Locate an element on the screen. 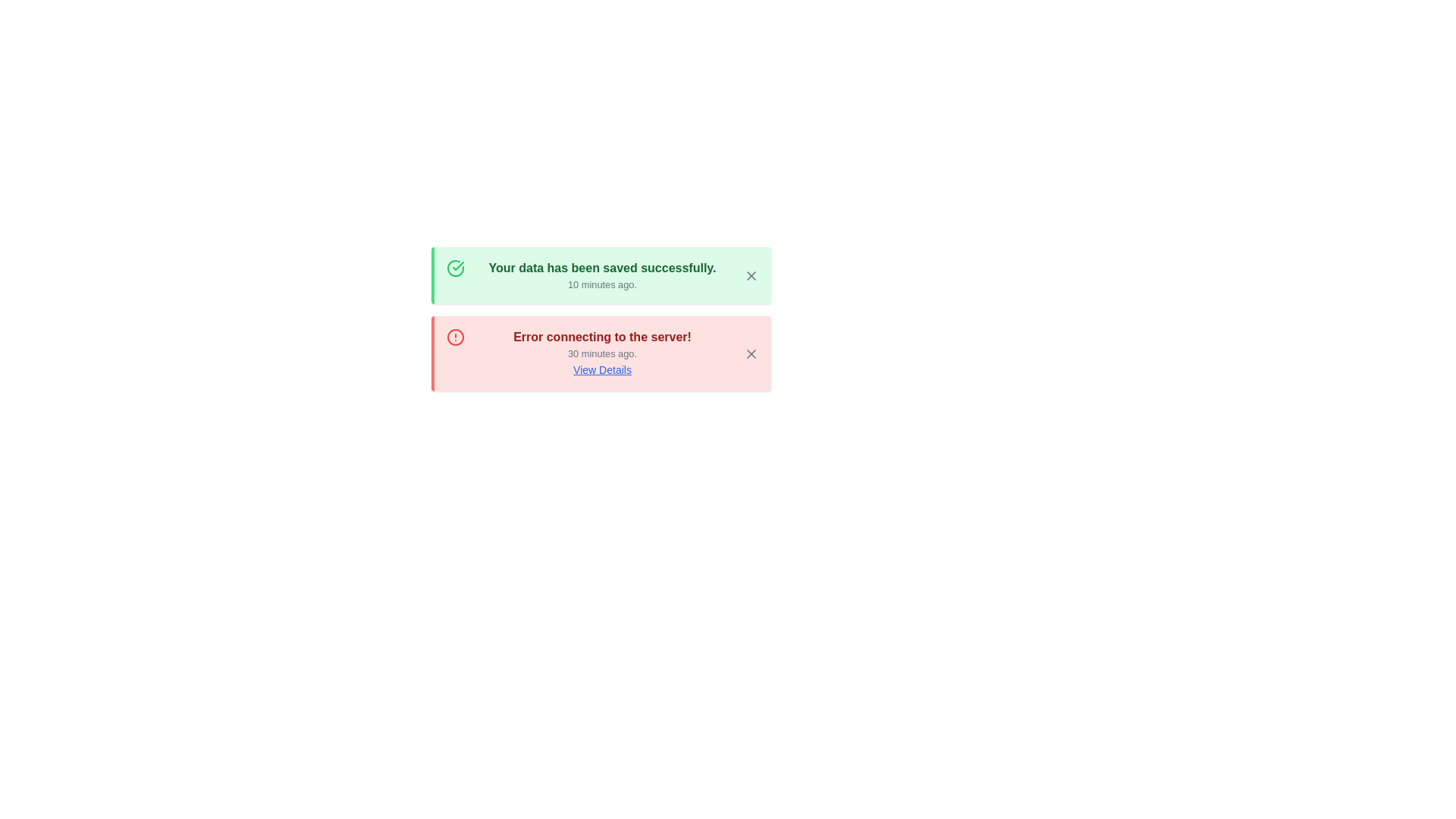 This screenshot has height=819, width=1456. the intersection of the lines of the close button (X) located in the top-right corner of the red notification card titled 'Error connecting to the server!' is located at coordinates (751, 353).